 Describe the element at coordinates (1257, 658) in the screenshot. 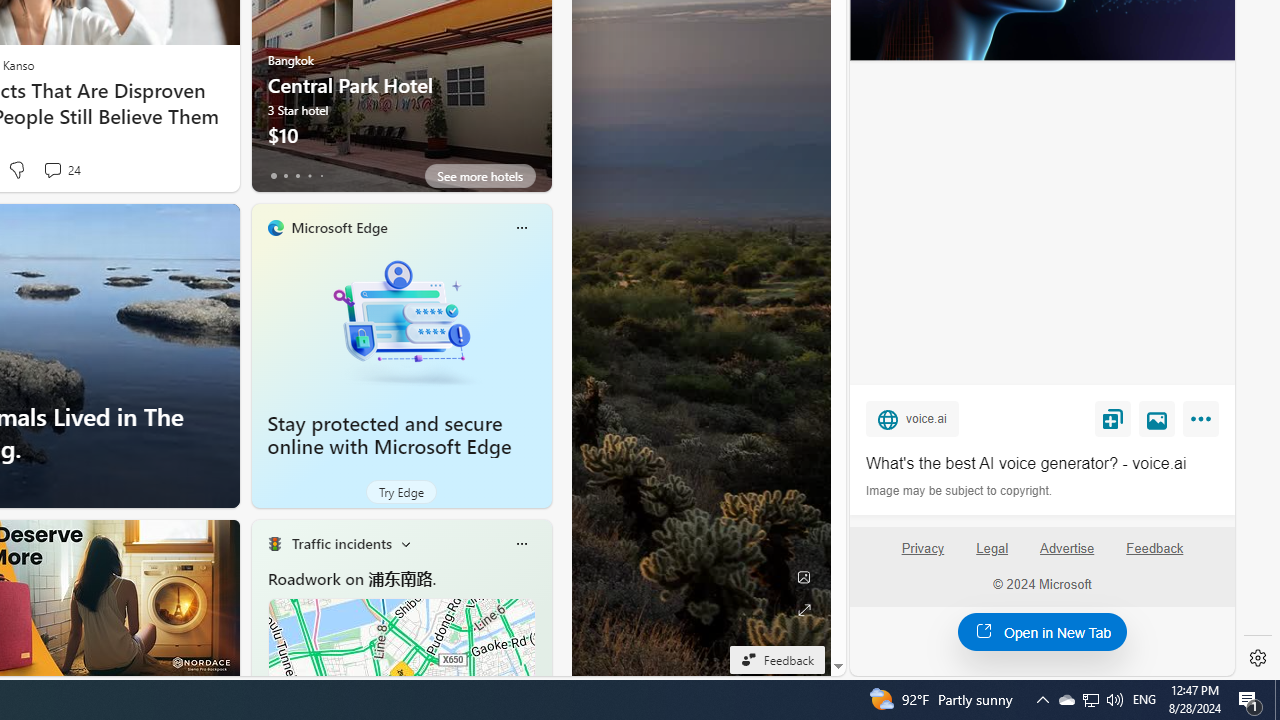

I see `'Settings'` at that location.